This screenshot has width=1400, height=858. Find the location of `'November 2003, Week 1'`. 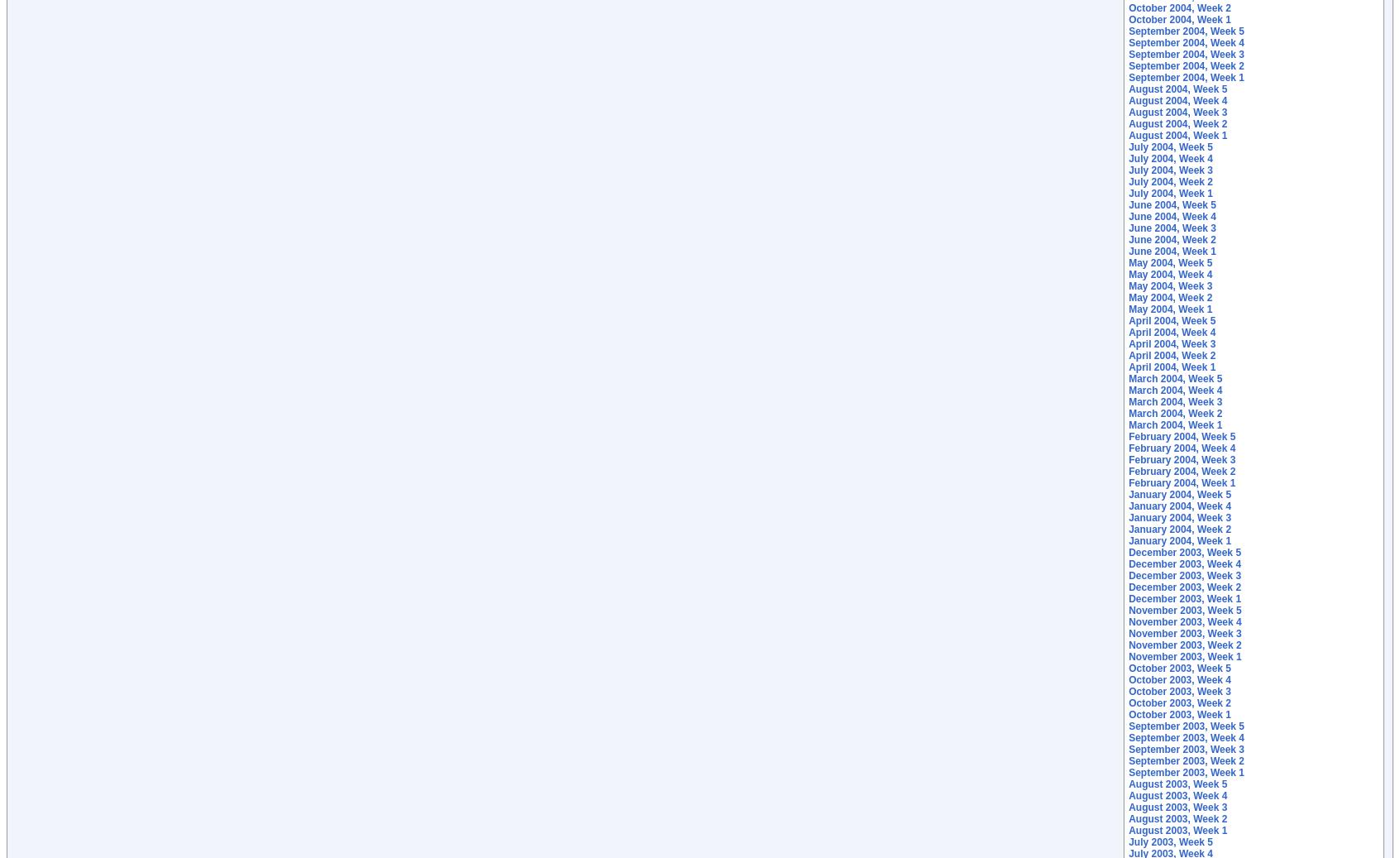

'November 2003, Week 1' is located at coordinates (1183, 657).